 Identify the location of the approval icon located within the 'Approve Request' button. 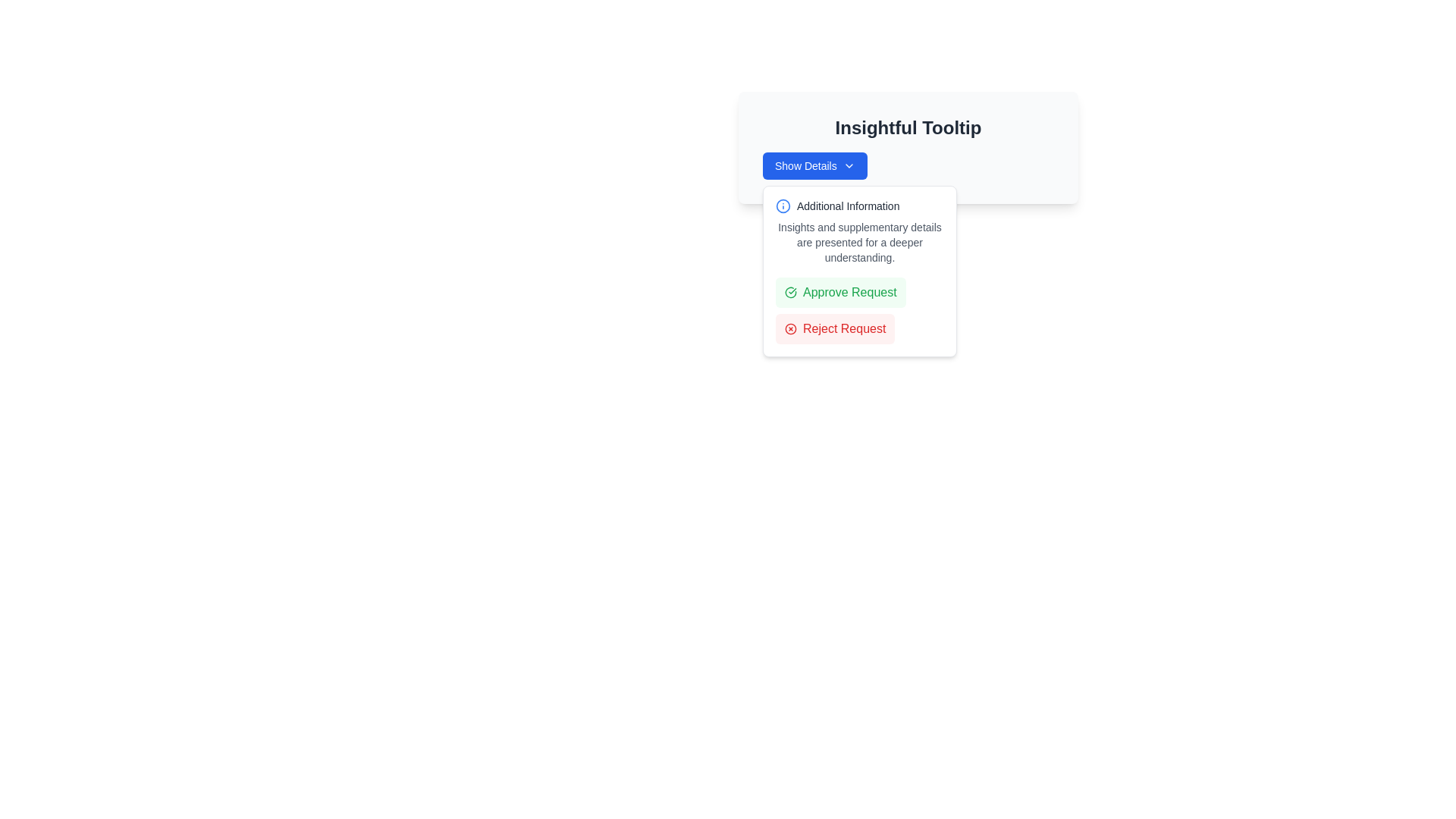
(789, 292).